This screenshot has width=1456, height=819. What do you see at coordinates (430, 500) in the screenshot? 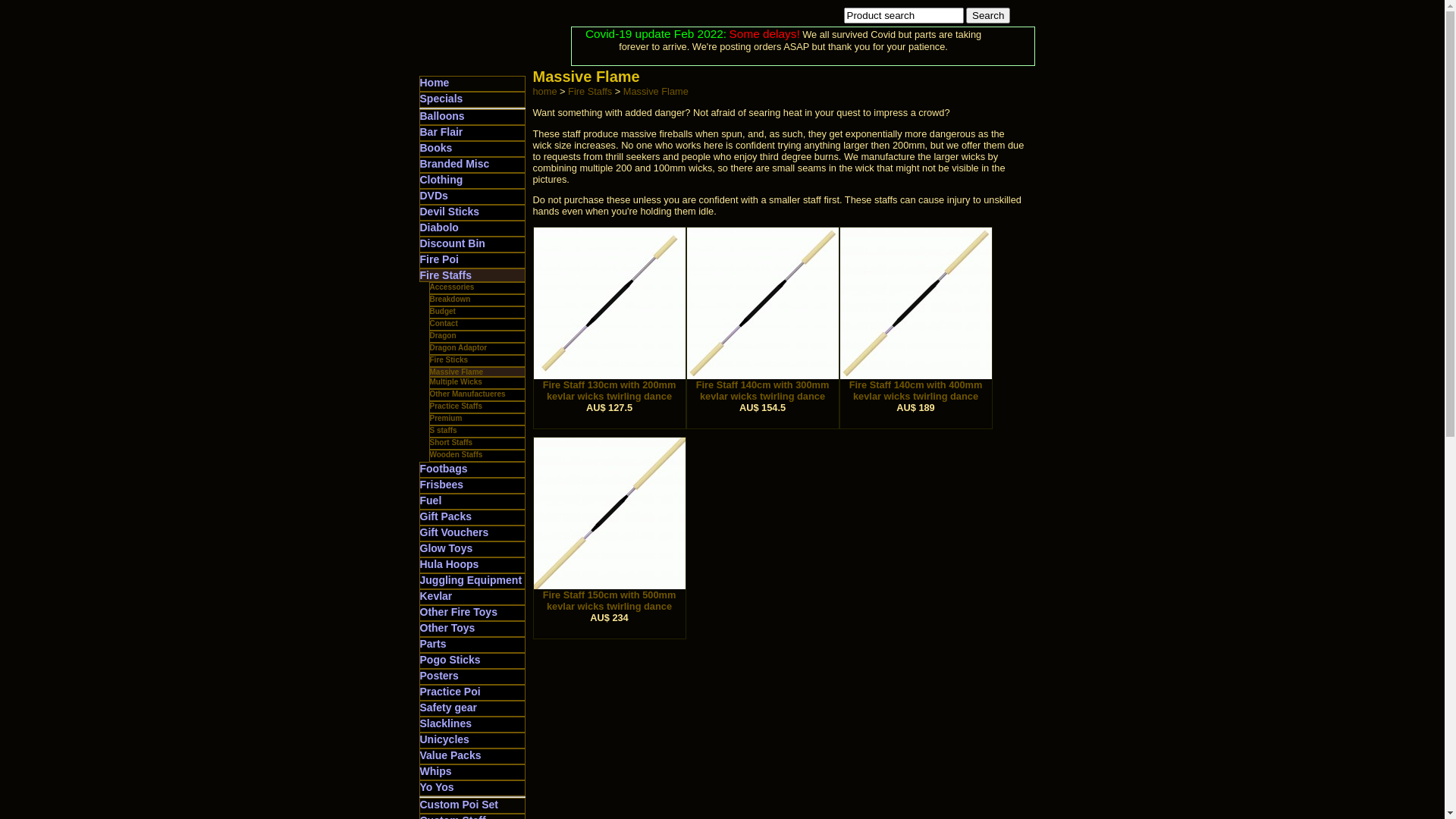
I see `'Fuel'` at bounding box center [430, 500].